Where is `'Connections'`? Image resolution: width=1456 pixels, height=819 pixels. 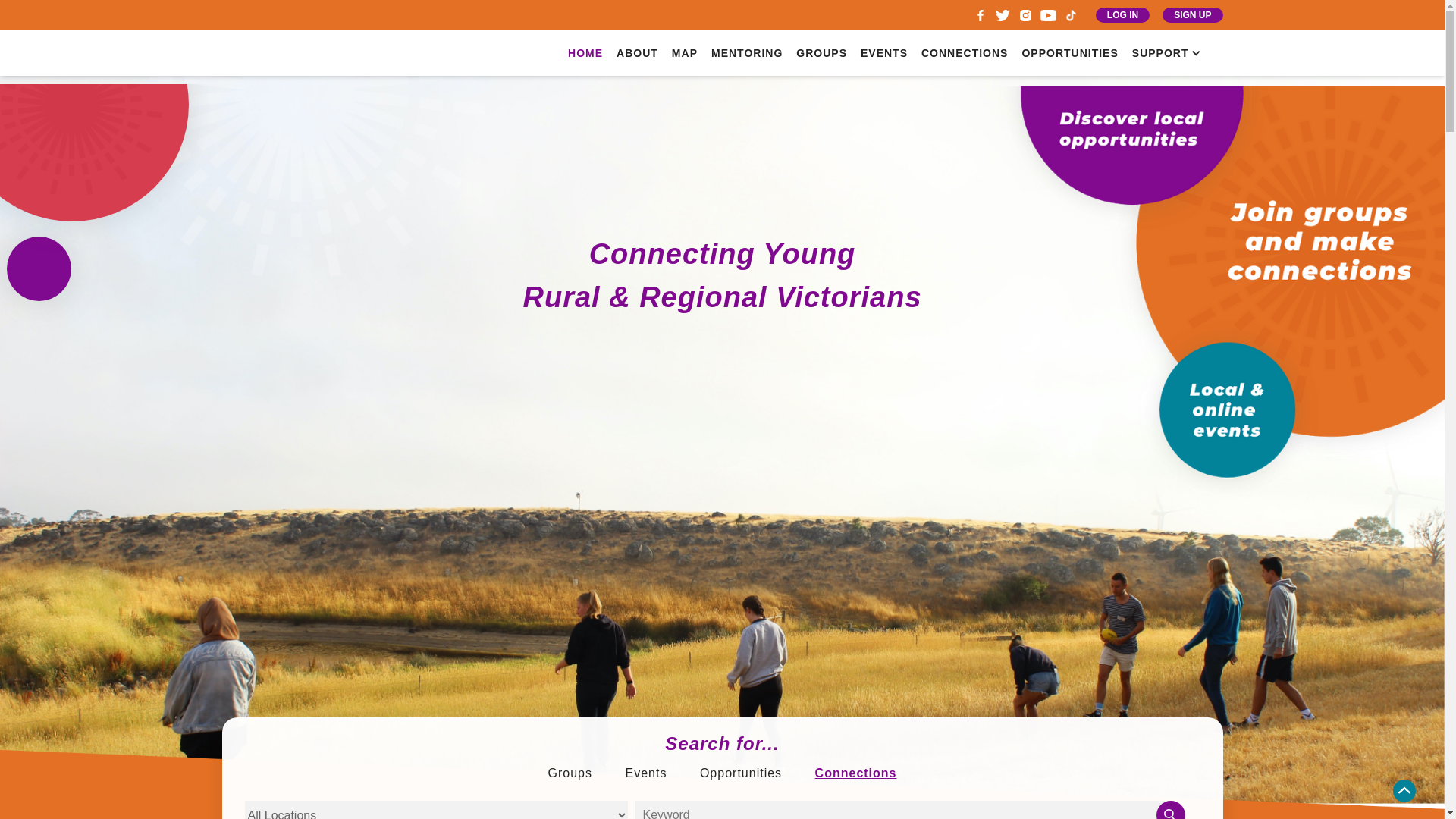 'Connections' is located at coordinates (855, 773).